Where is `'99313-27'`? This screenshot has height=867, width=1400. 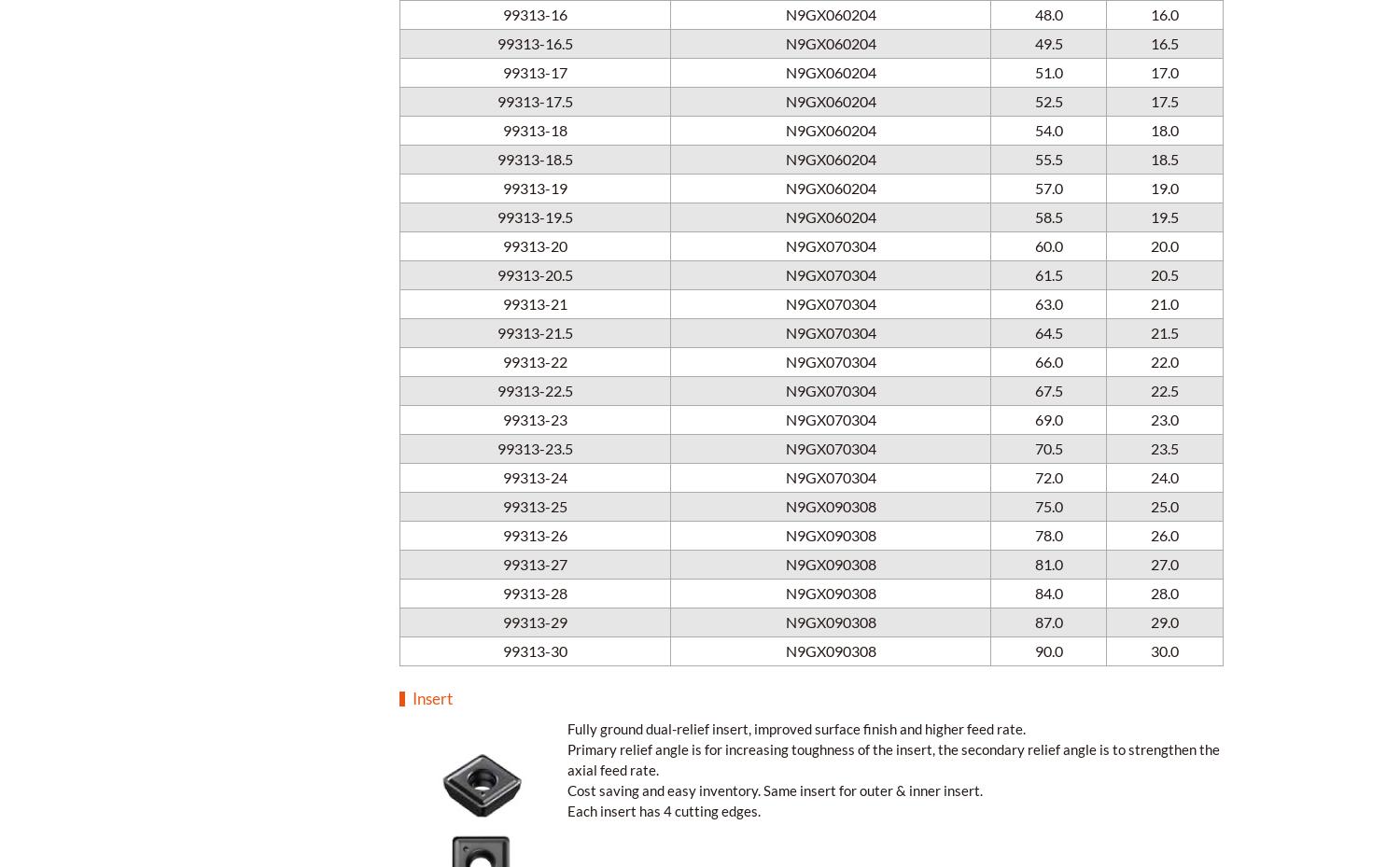
'99313-27' is located at coordinates (534, 562).